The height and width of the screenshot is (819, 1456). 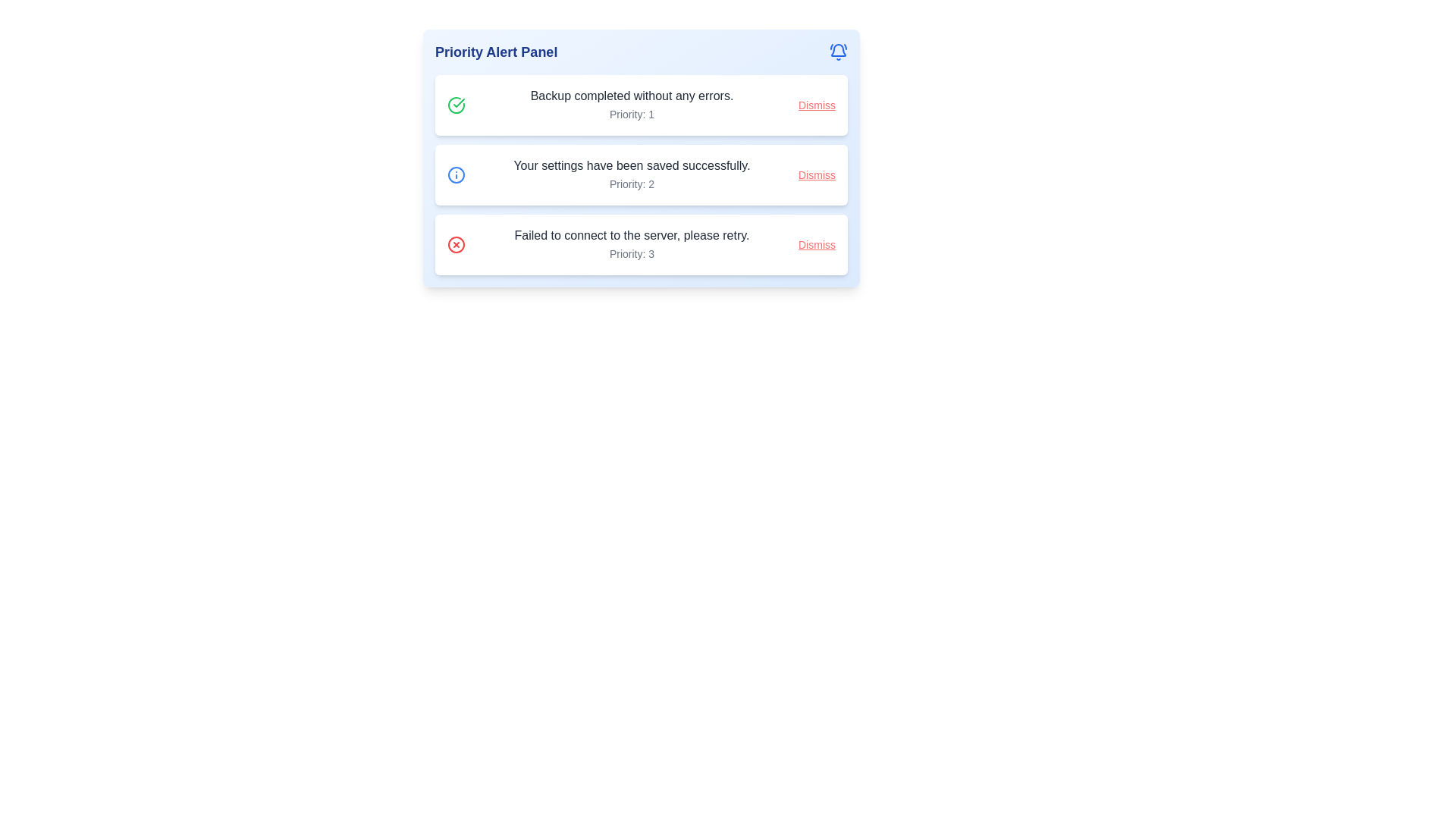 I want to click on priority level displayed in the small gray text label showing 'Priority: 3', which is located below the error message in the third alert entry of the 'Priority Alert Panel', so click(x=632, y=253).